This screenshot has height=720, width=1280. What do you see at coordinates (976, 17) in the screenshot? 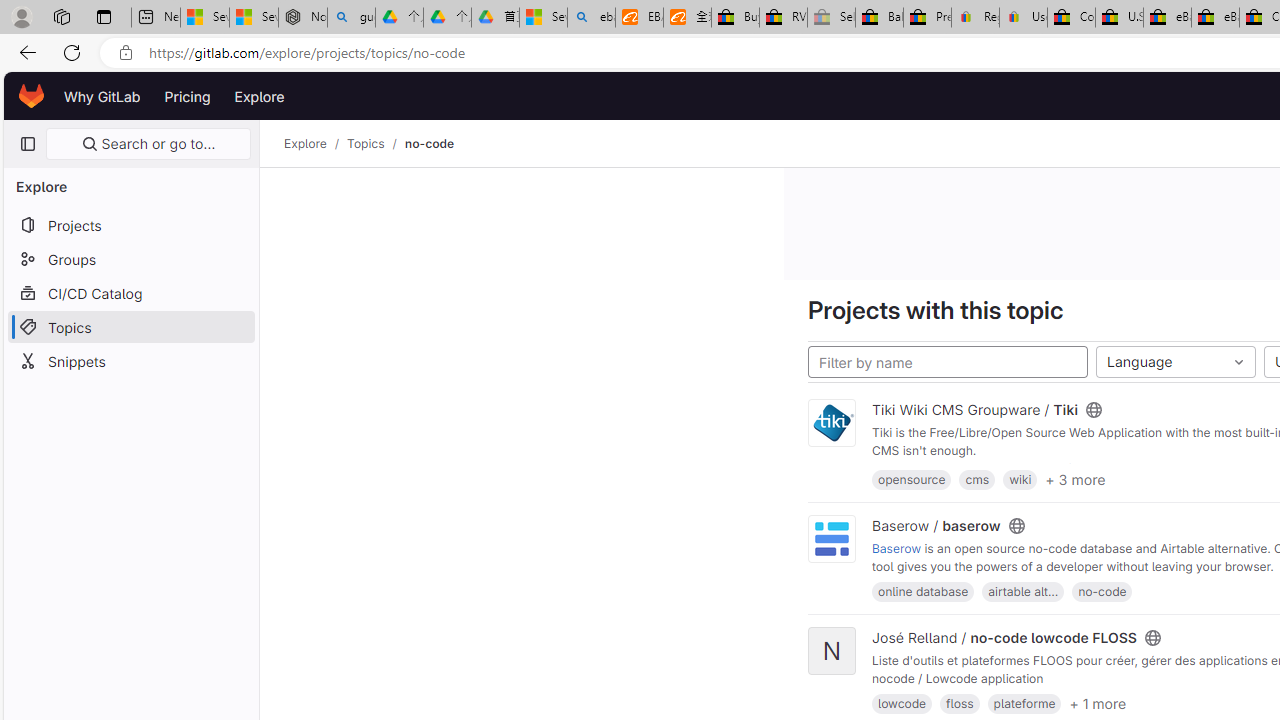
I see `'Register: Create a personal eBay account'` at bounding box center [976, 17].